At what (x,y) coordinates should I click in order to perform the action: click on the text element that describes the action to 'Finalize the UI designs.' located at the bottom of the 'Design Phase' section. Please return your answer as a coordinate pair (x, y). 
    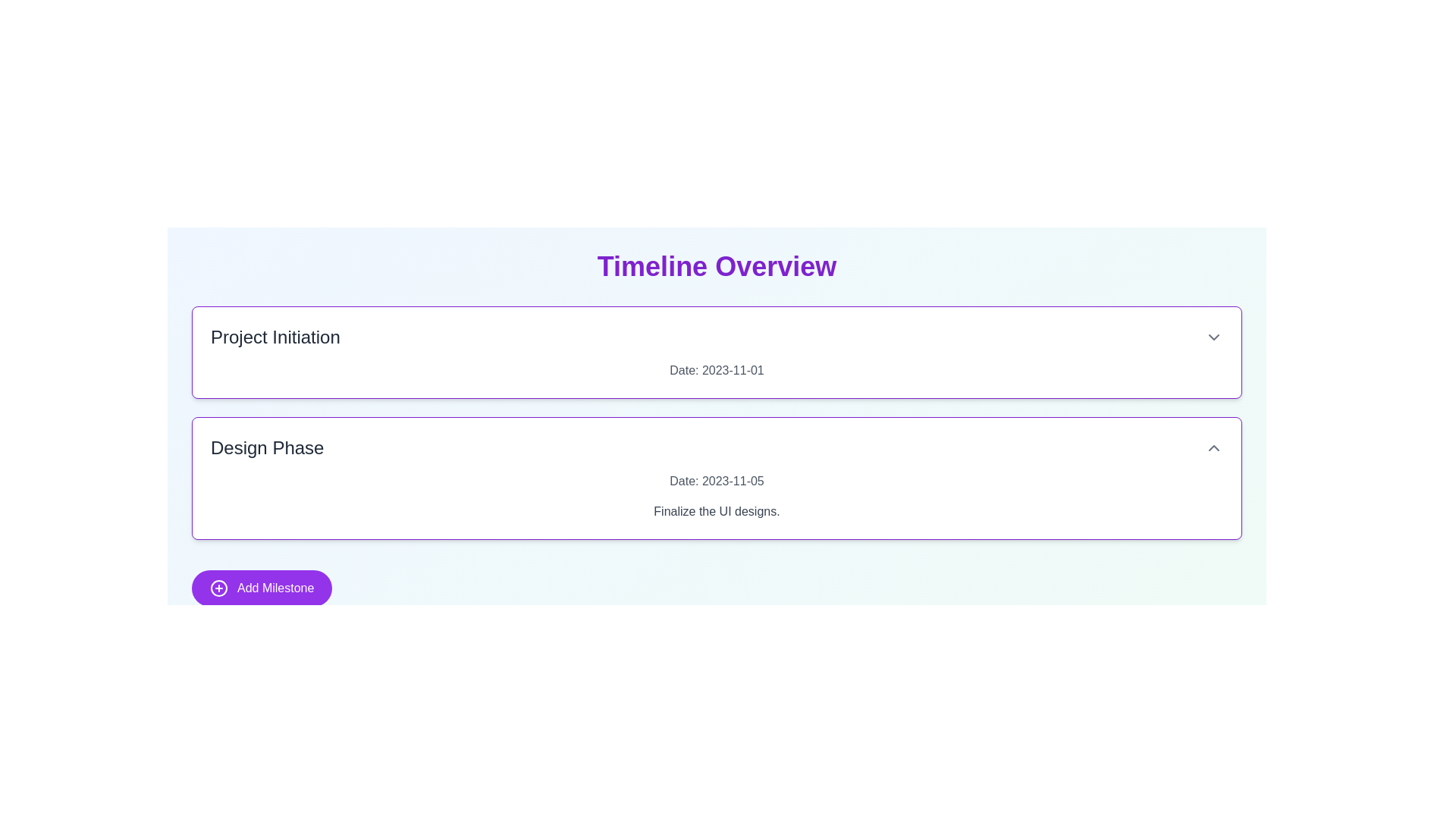
    Looking at the image, I should click on (716, 512).